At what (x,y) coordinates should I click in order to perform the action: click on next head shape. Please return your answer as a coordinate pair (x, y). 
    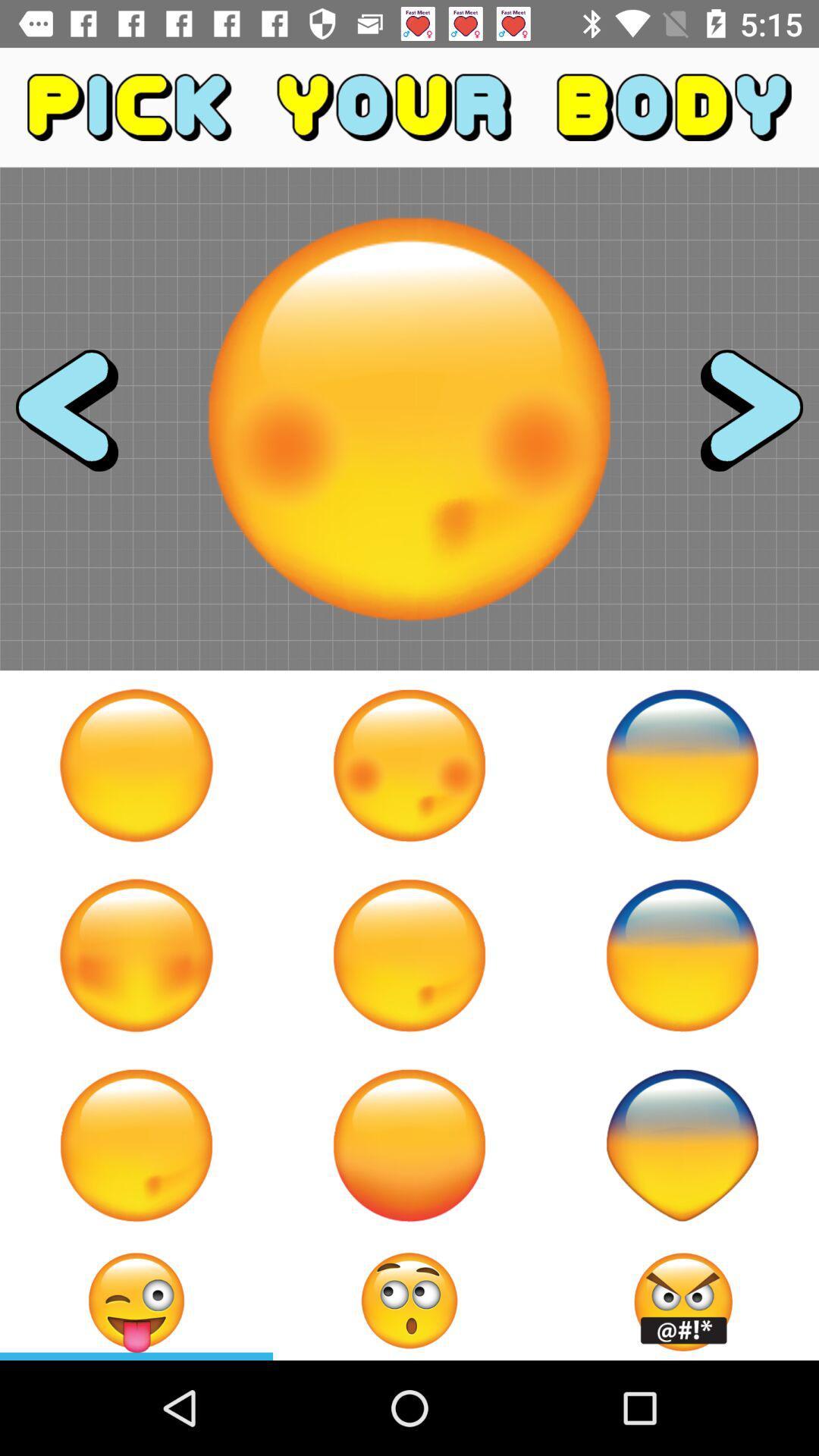
    Looking at the image, I should click on (737, 419).